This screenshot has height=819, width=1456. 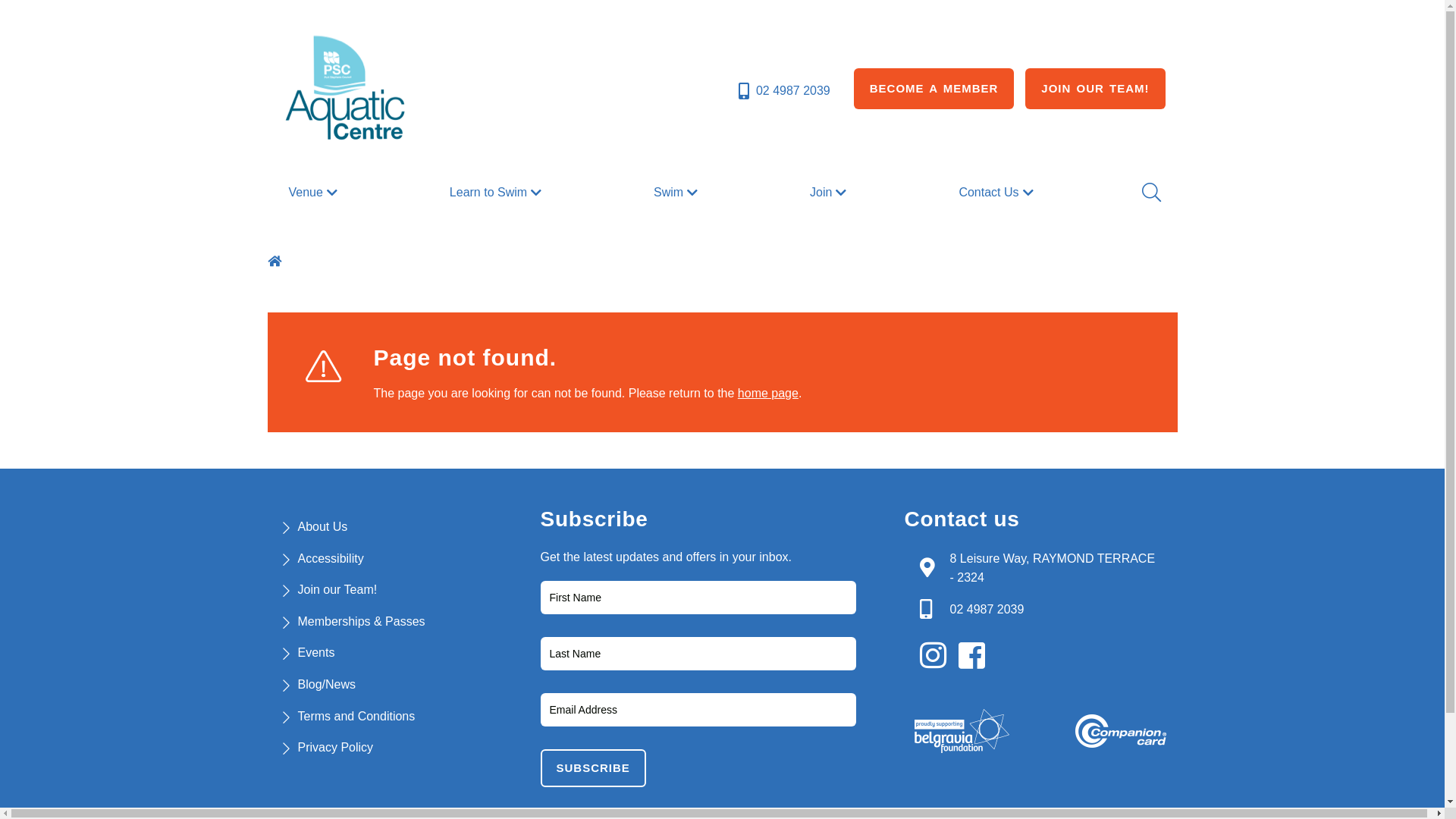 I want to click on 'Privacy Policy', so click(x=297, y=746).